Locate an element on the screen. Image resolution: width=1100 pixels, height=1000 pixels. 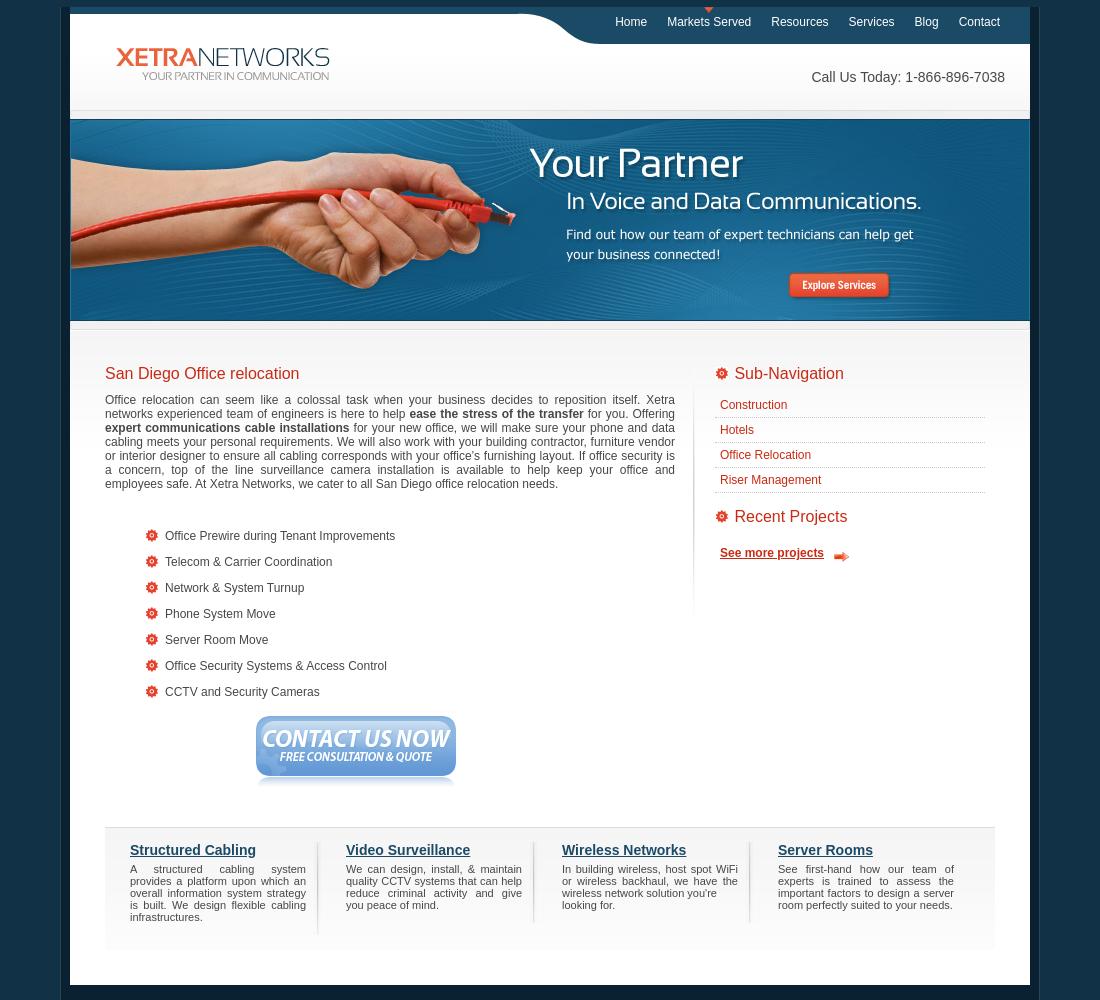
'See first-hand how our team of experts is trained to assess the important factors to design a server room perfectly suited to your needs.' is located at coordinates (865, 886).